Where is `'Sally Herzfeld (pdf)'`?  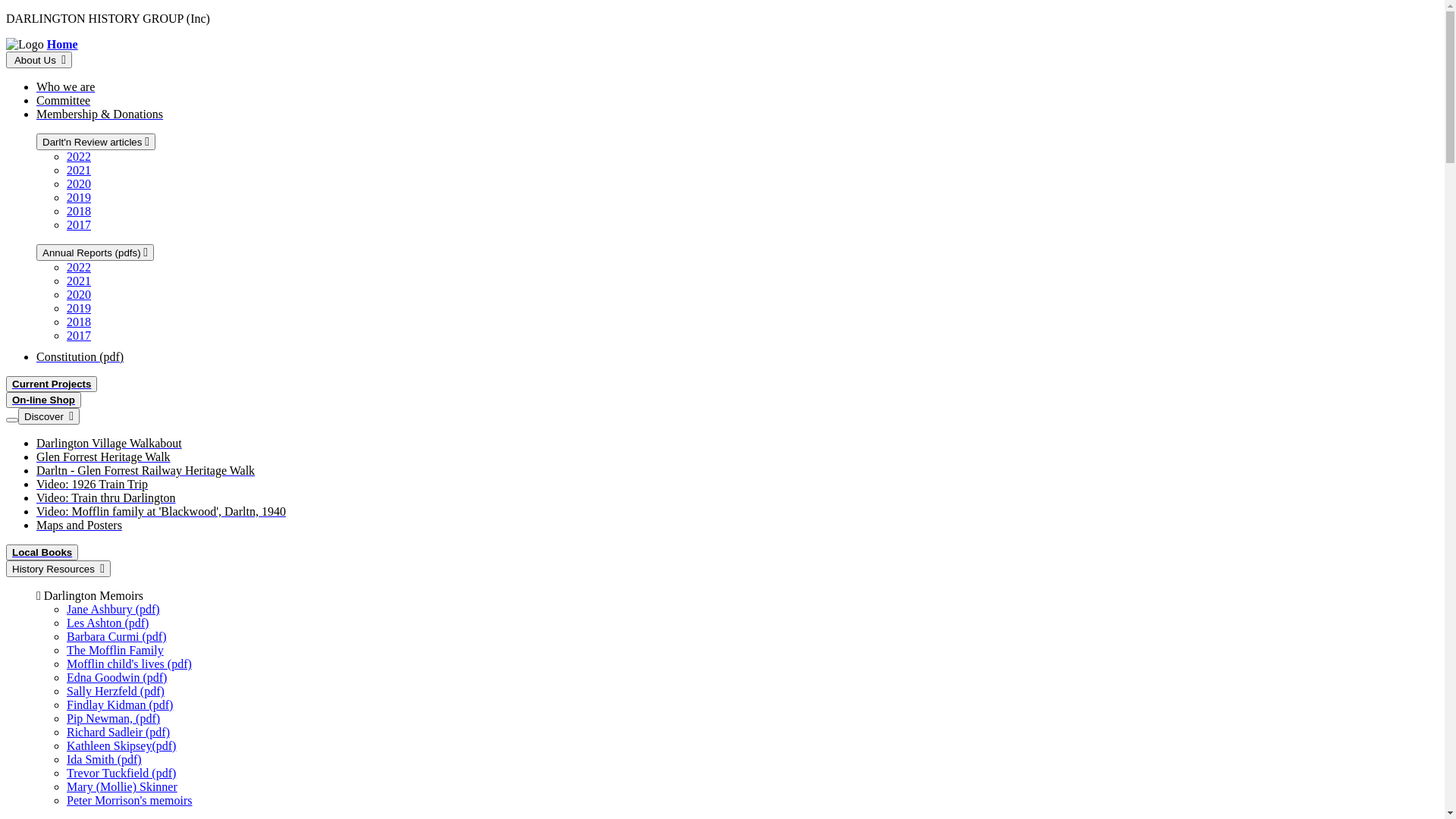
'Sally Herzfeld (pdf)' is located at coordinates (115, 691).